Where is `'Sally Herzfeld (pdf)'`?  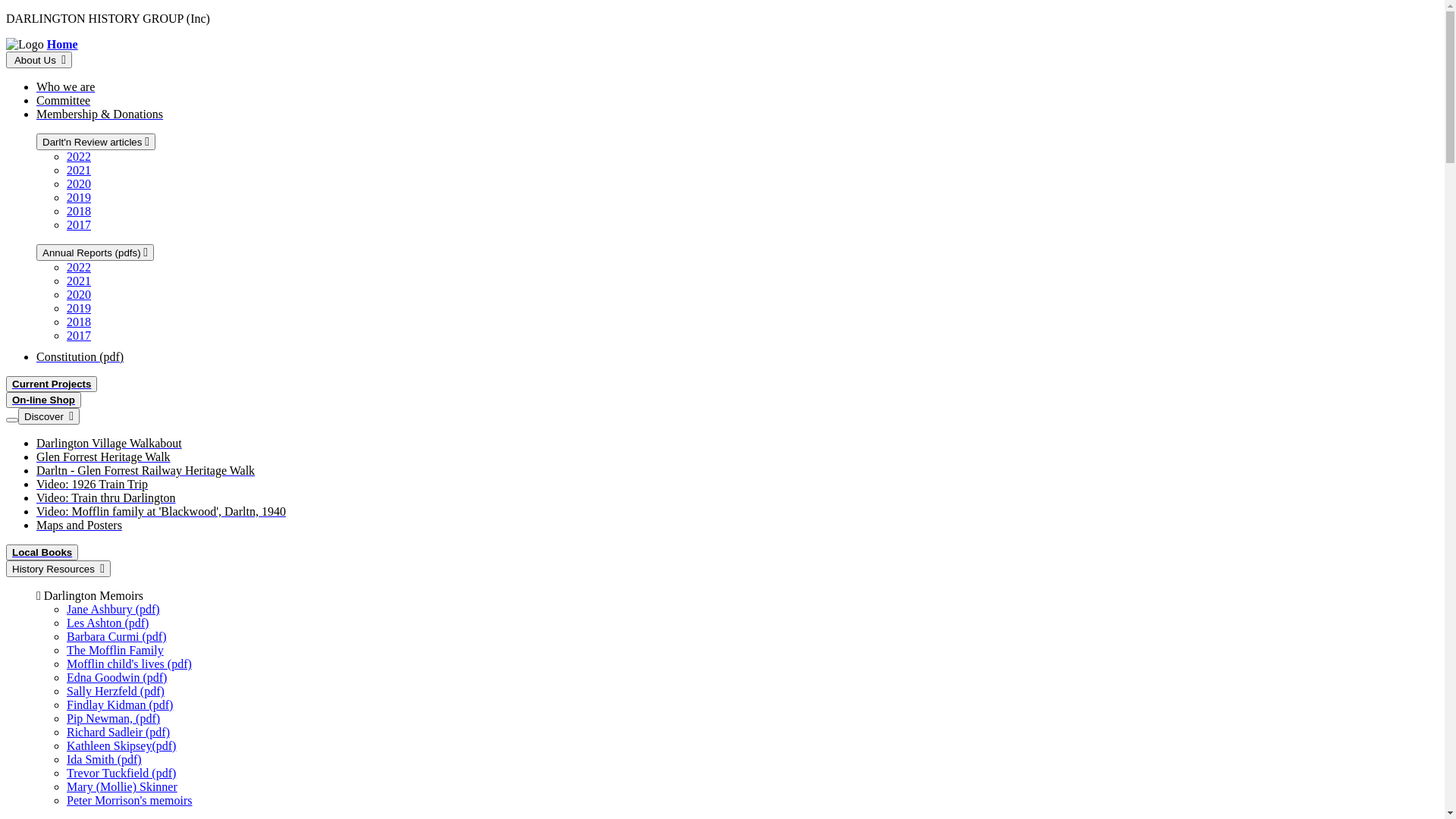
'Sally Herzfeld (pdf)' is located at coordinates (115, 691).